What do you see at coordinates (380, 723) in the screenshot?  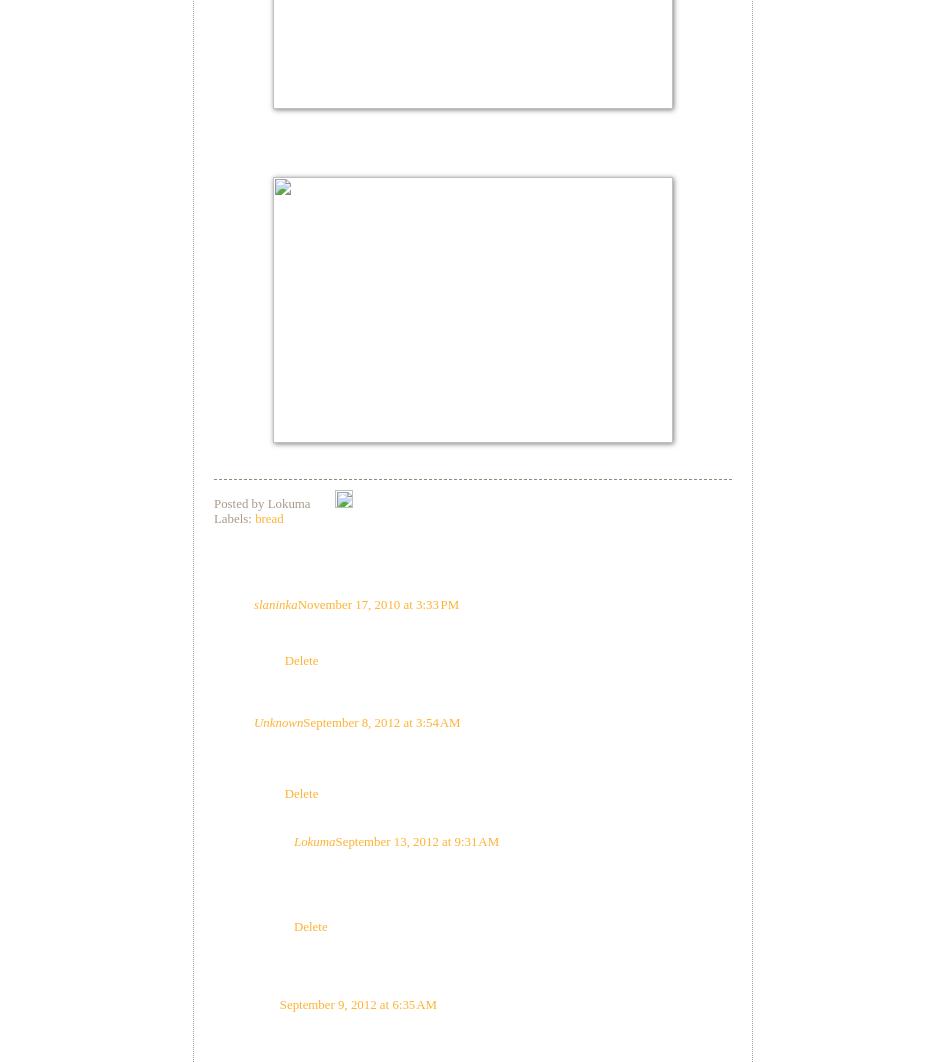 I see `'September 8, 2012 at 3:54 AM'` at bounding box center [380, 723].